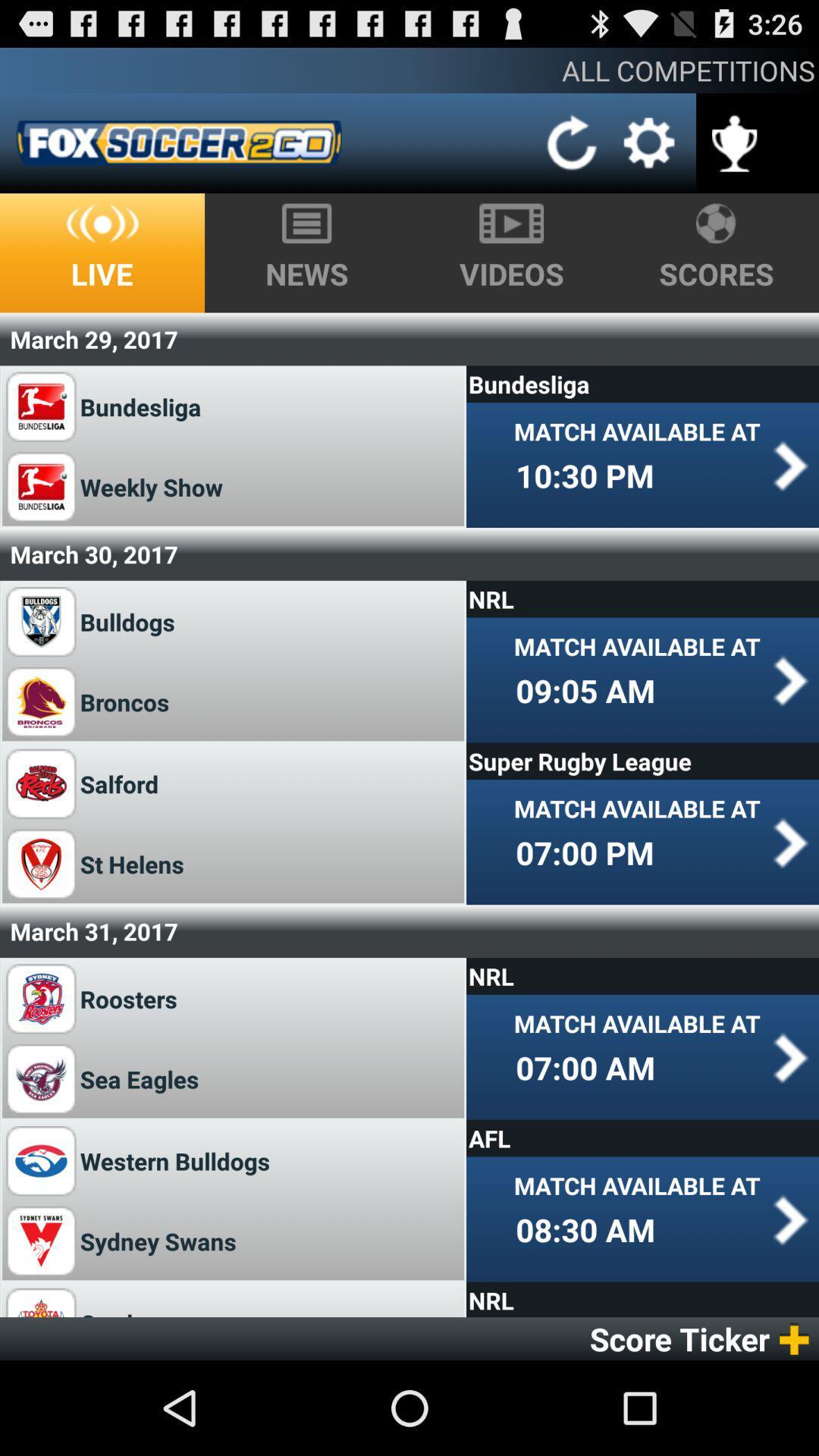  I want to click on the salford app, so click(118, 783).